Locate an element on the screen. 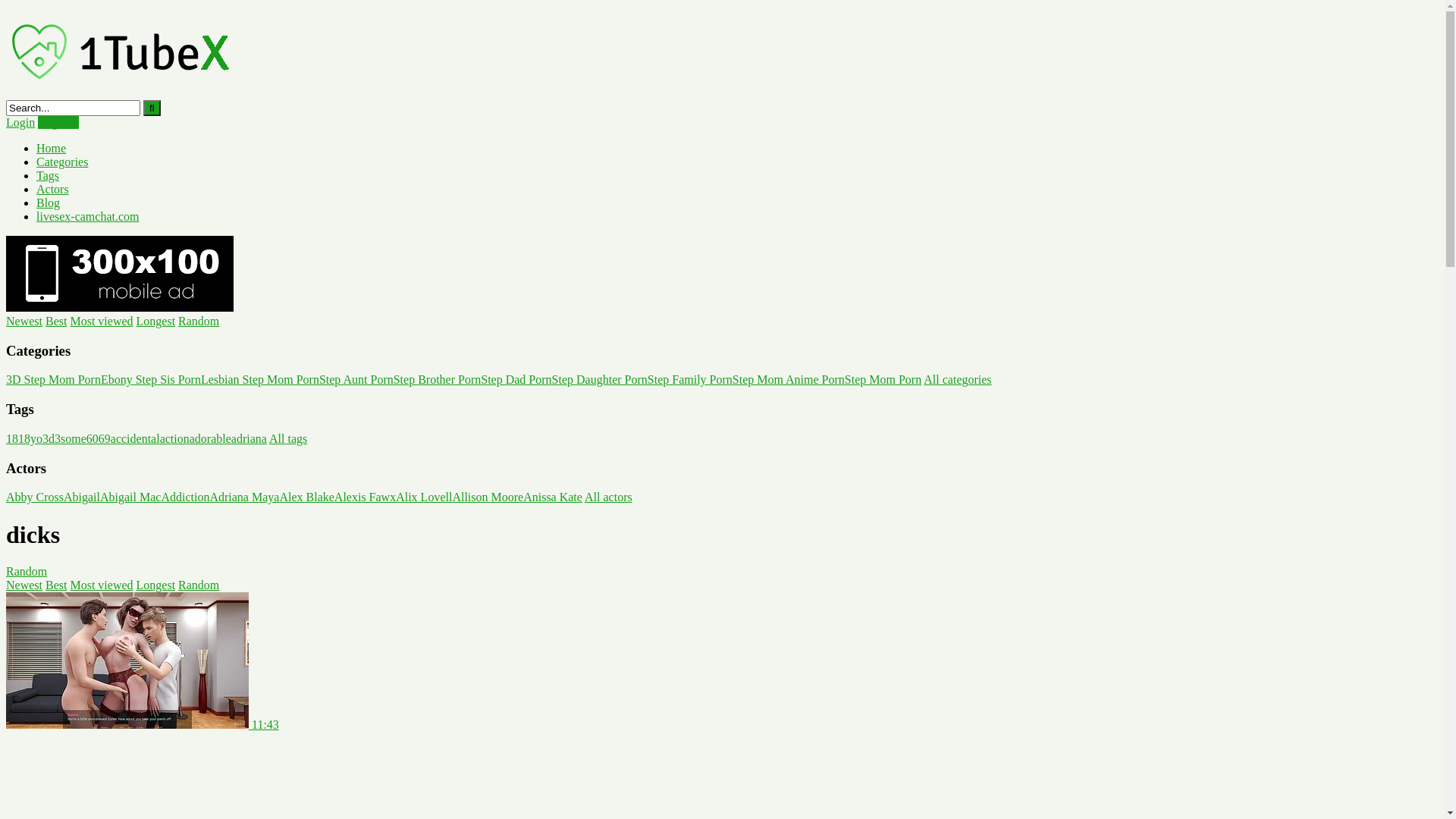 This screenshot has width=1456, height=819. 'Best' is located at coordinates (55, 320).